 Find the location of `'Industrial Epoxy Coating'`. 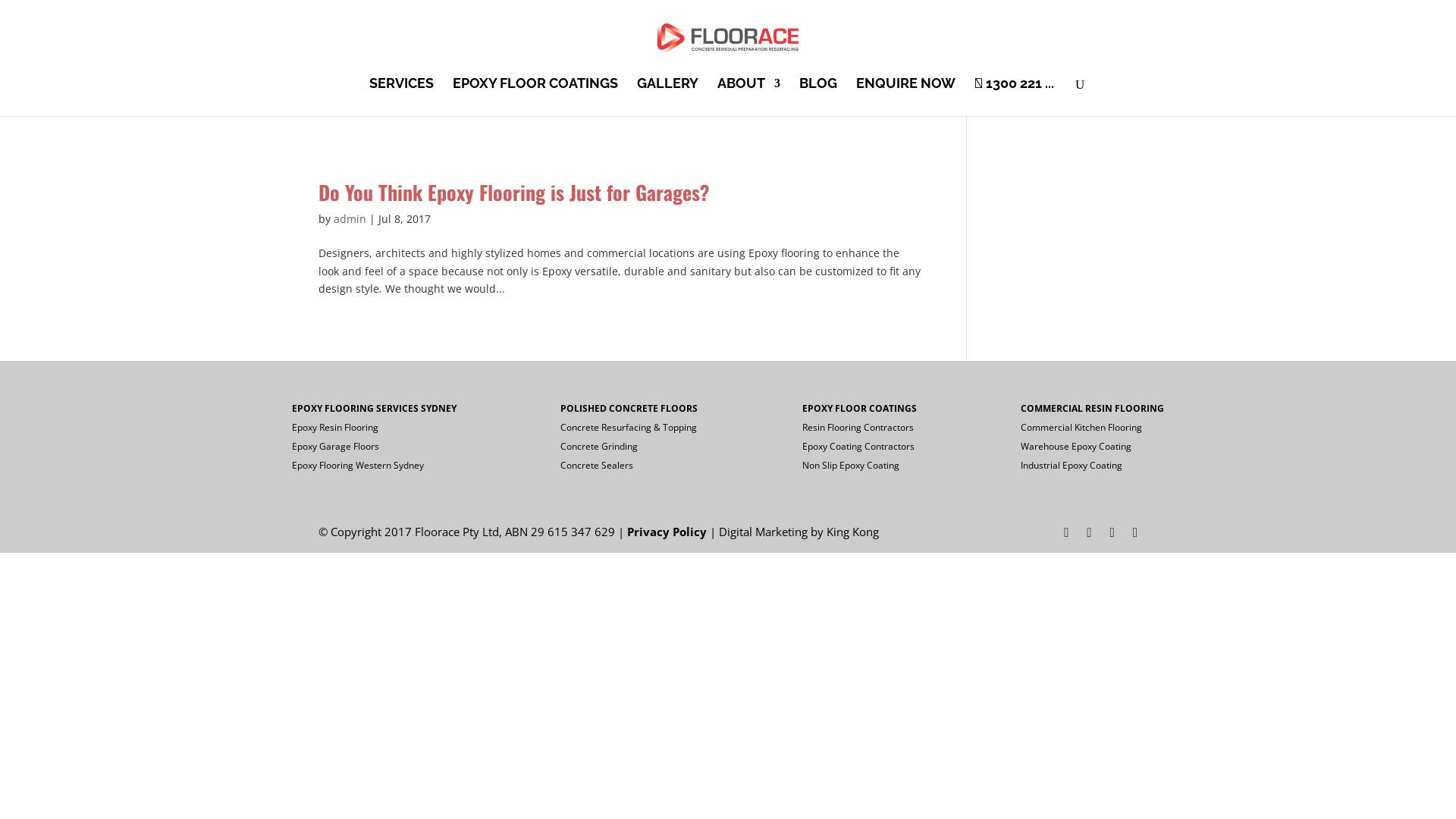

'Industrial Epoxy Coating' is located at coordinates (1070, 464).